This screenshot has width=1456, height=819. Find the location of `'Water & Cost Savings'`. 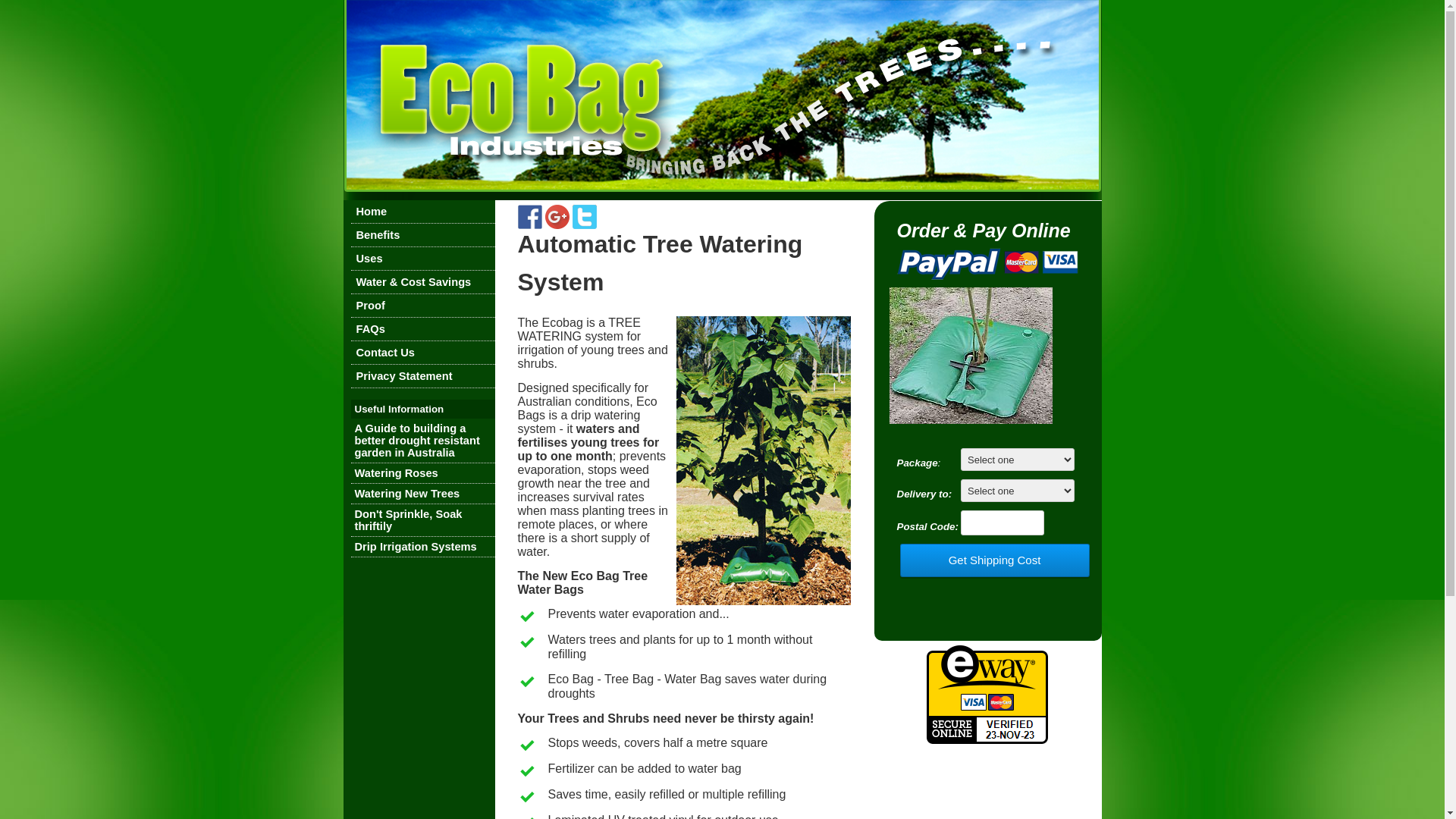

'Water & Cost Savings' is located at coordinates (414, 281).